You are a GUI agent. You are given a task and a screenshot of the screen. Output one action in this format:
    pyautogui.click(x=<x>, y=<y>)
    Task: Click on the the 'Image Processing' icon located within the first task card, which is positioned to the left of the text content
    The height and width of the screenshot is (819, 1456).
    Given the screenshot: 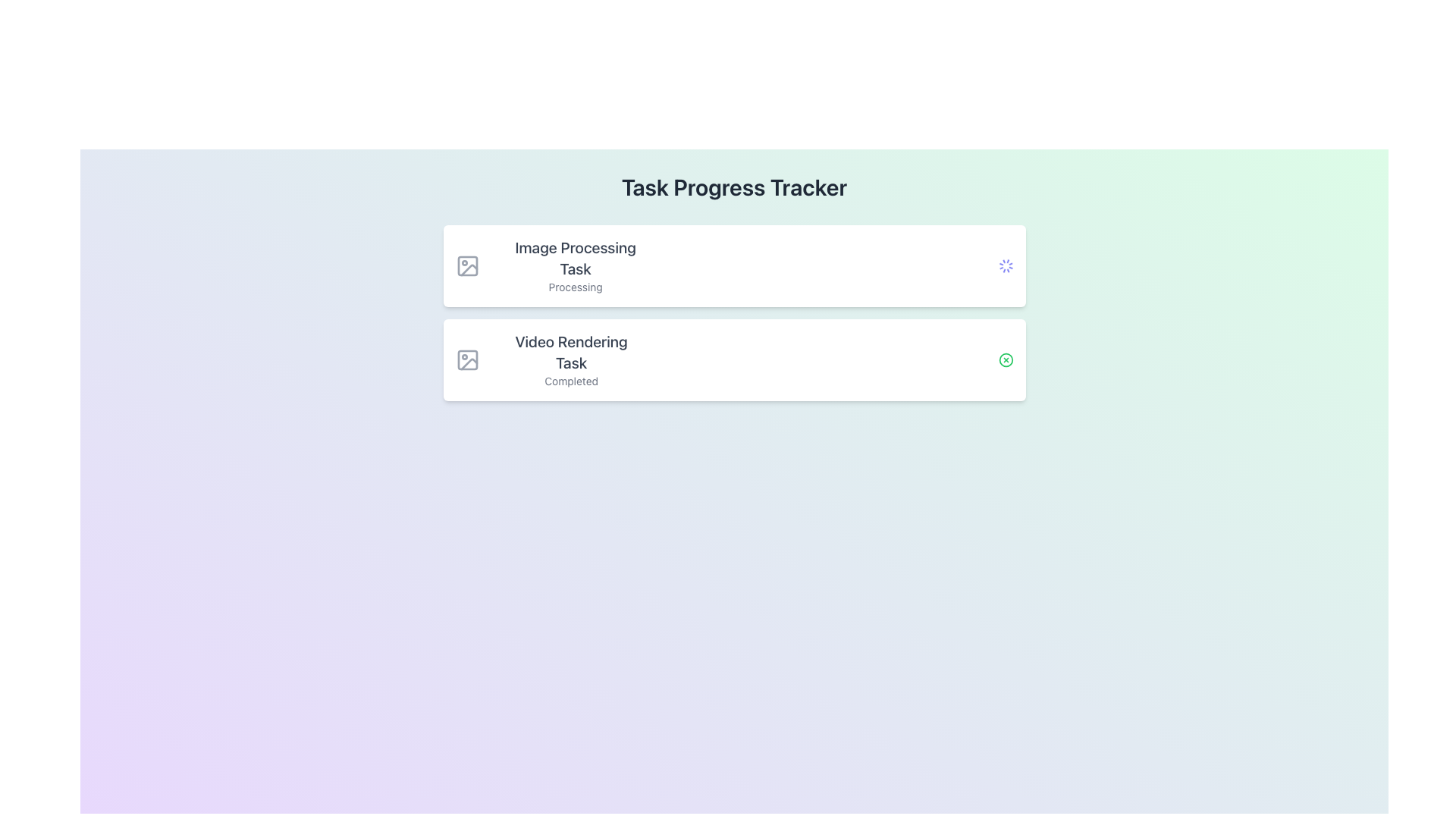 What is the action you would take?
    pyautogui.click(x=466, y=265)
    